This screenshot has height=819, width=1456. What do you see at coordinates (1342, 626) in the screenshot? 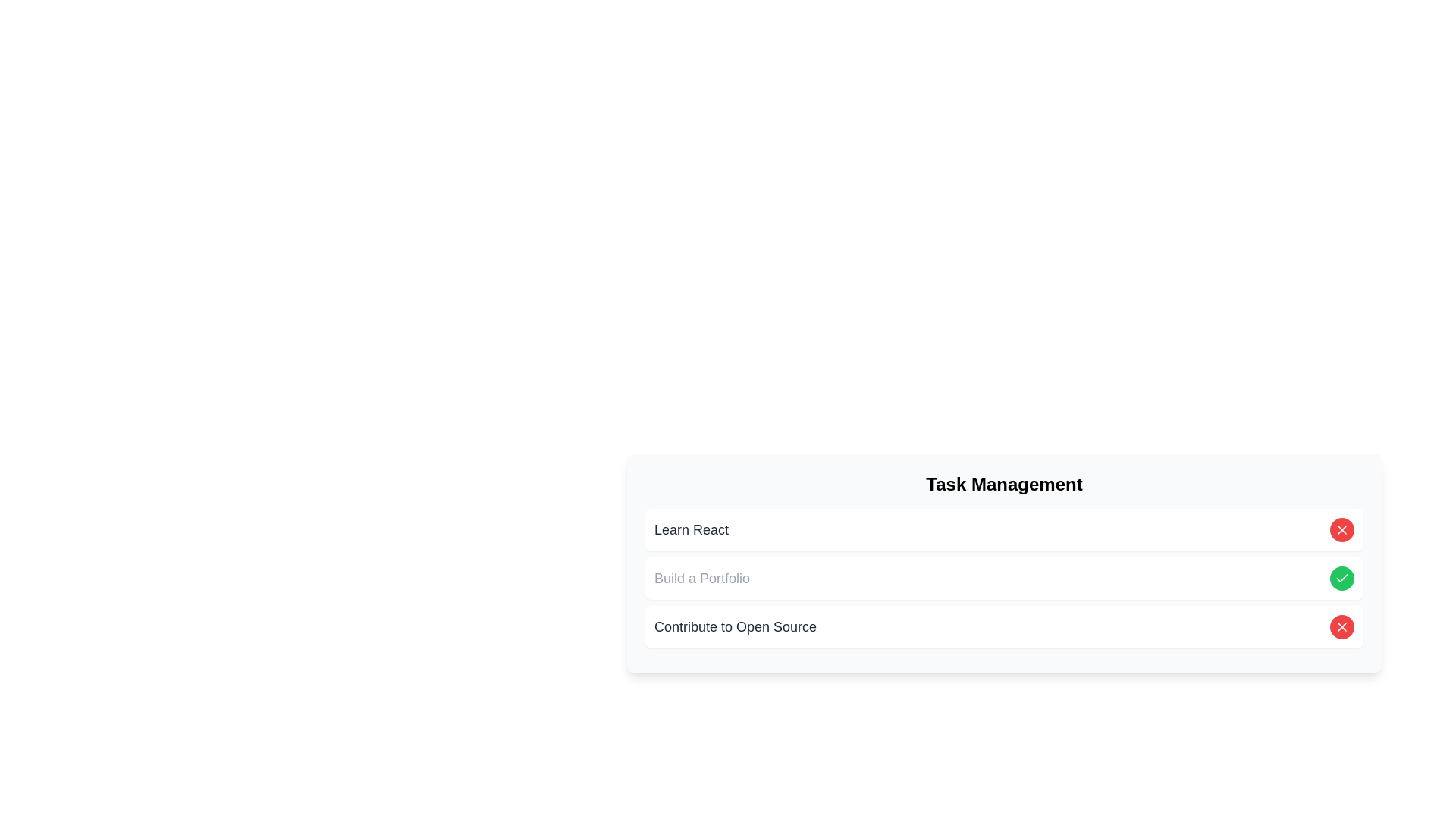
I see `the delete button located in the second column of the task list row labeled 'Learn React'` at bounding box center [1342, 626].